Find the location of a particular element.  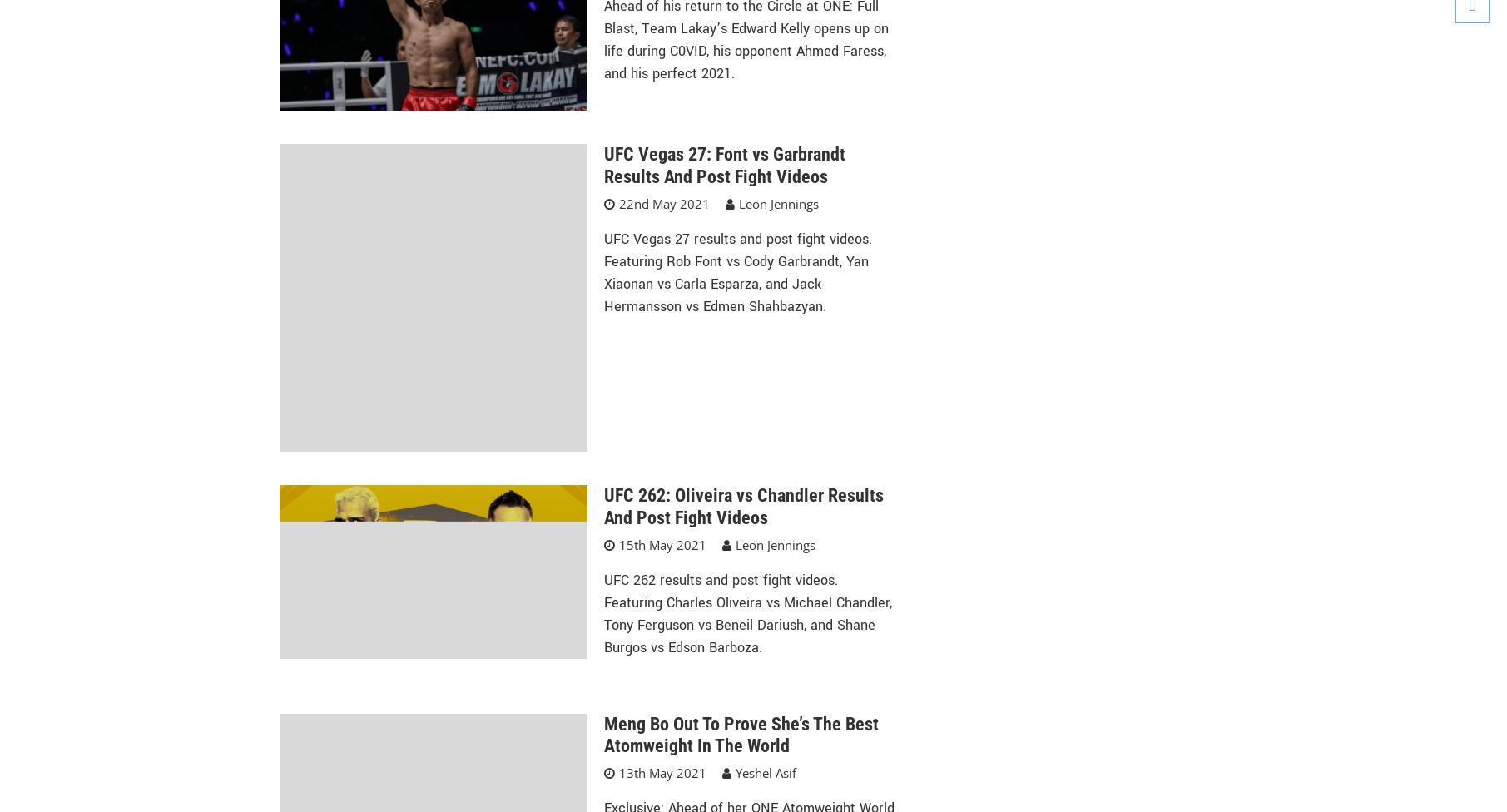

'Meng Bo Out To Prove She’s The Best Atomweight In The World' is located at coordinates (602, 733).